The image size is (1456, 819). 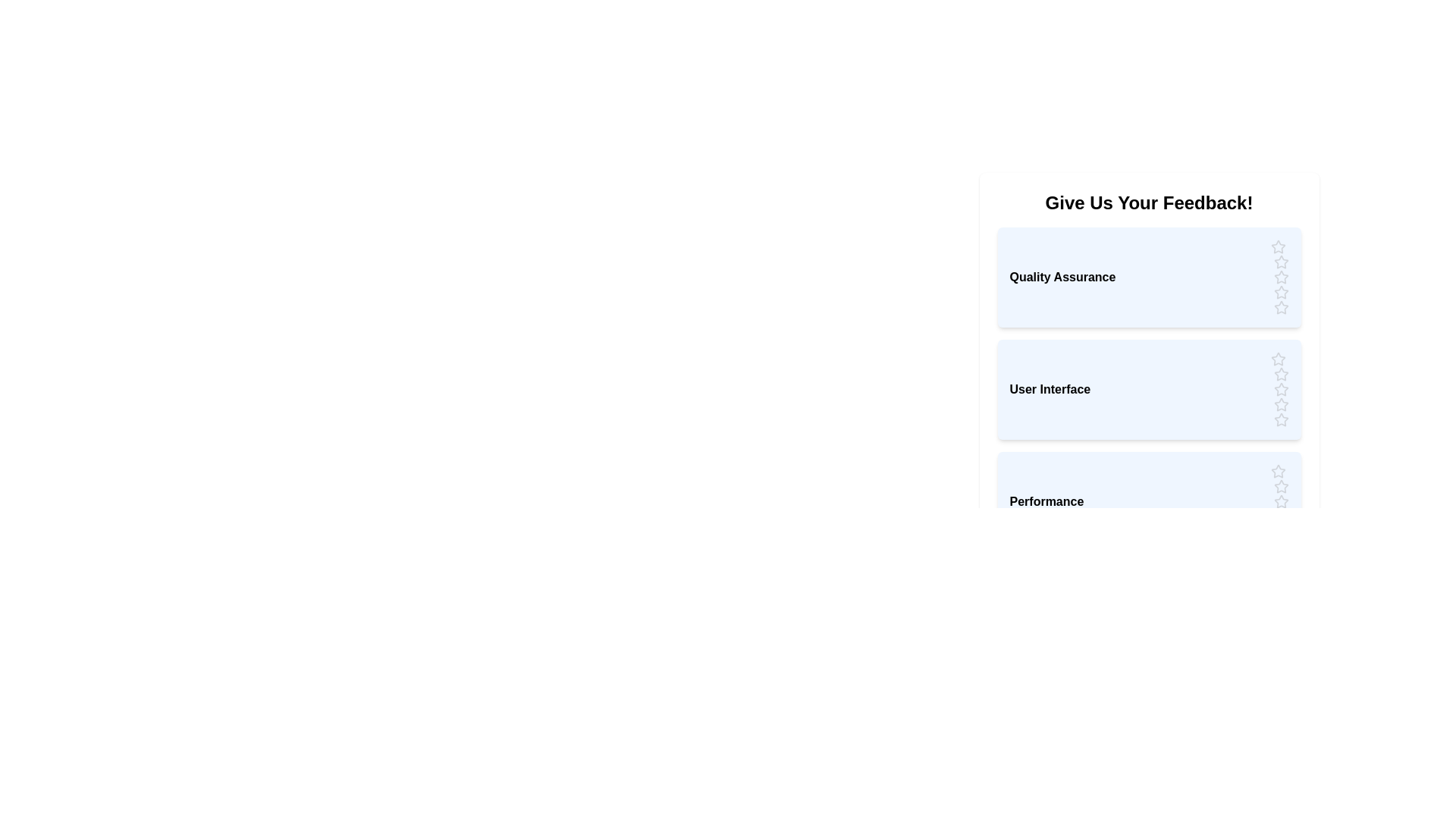 I want to click on the rating for the category 'Performance' to 2 stars, so click(x=1280, y=486).